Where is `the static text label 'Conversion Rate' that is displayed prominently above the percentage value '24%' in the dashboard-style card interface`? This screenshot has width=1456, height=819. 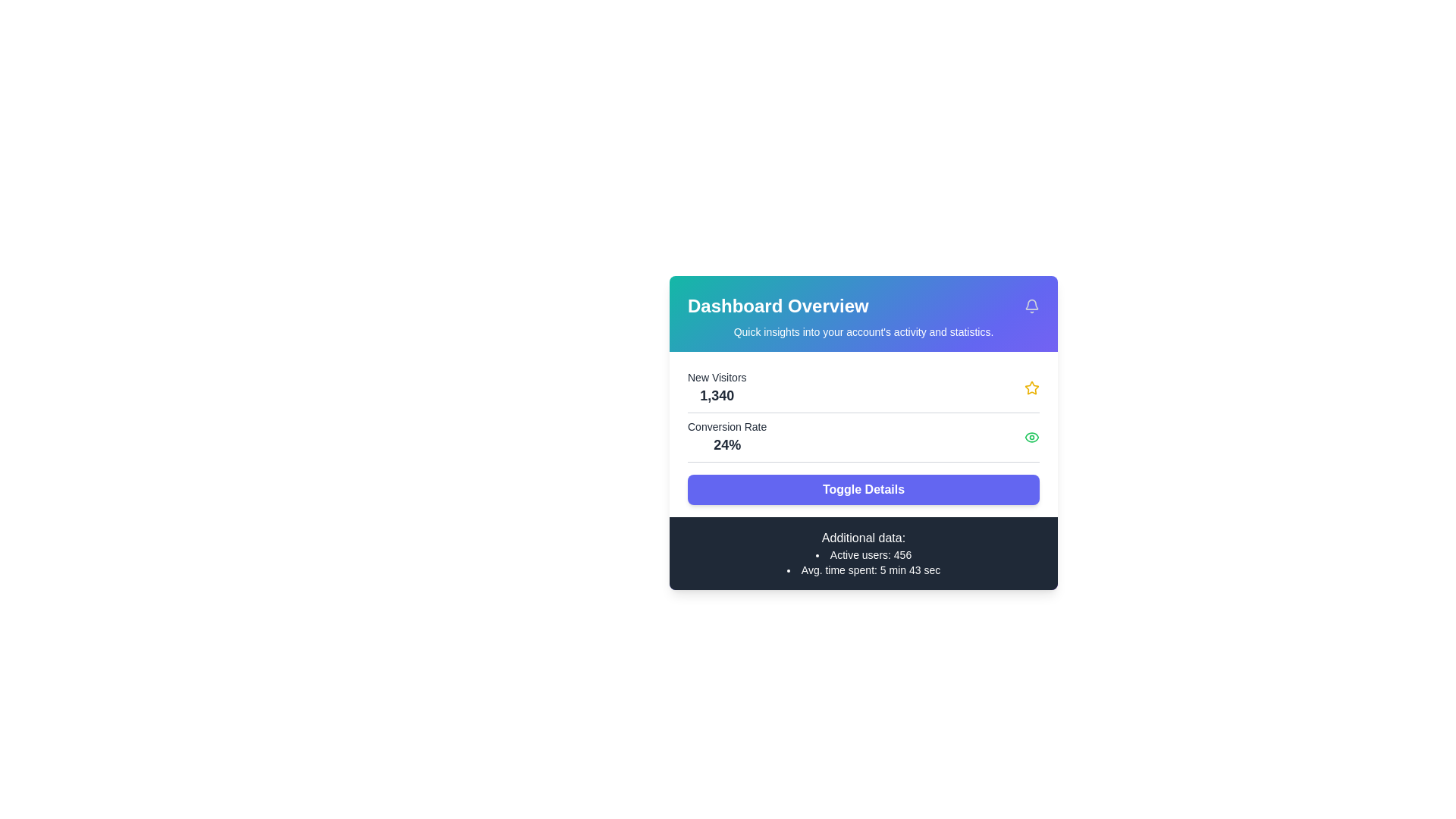 the static text label 'Conversion Rate' that is displayed prominently above the percentage value '24%' in the dashboard-style card interface is located at coordinates (726, 427).